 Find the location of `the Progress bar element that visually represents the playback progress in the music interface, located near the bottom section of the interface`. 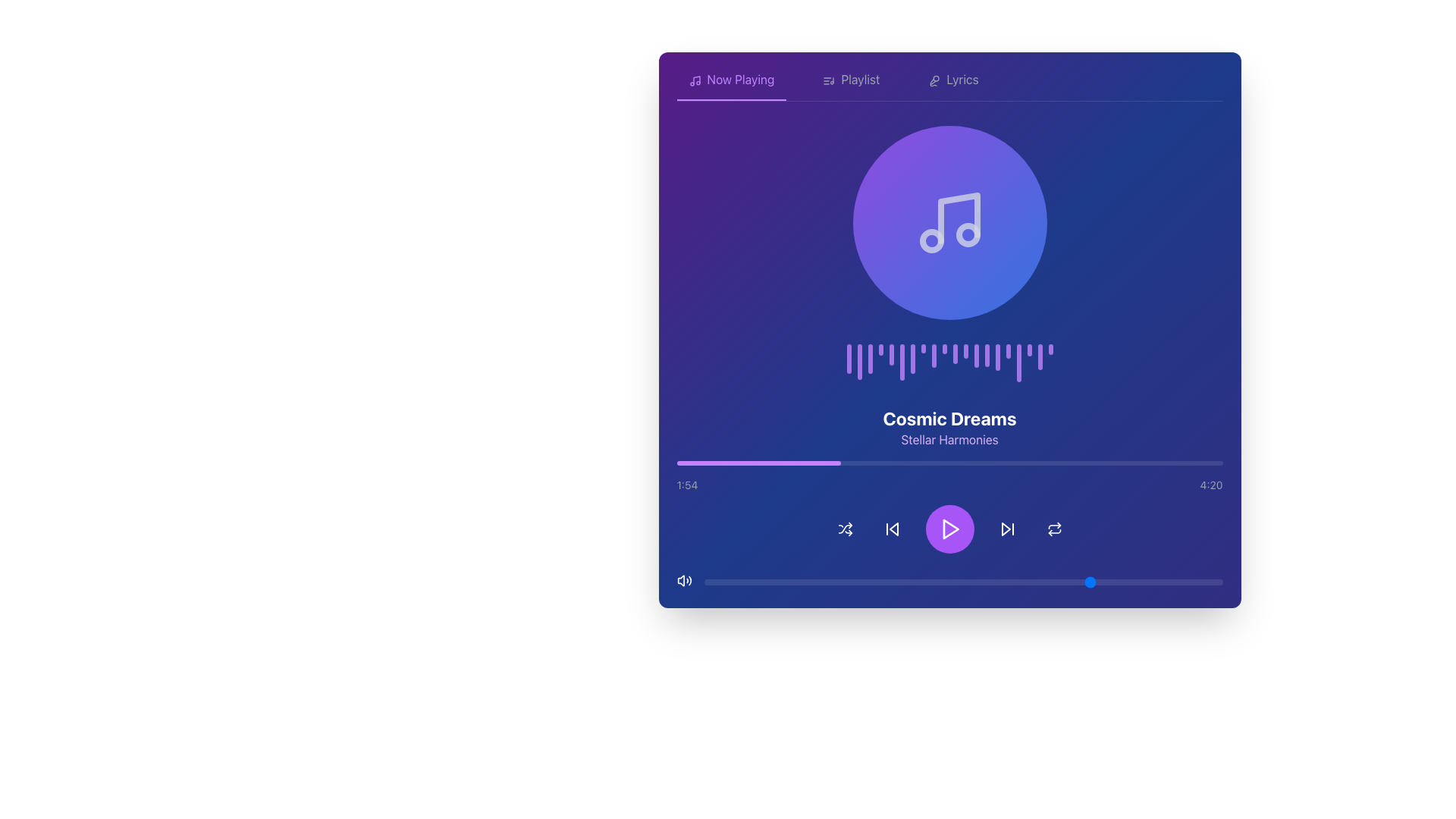

the Progress bar element that visually represents the playback progress in the music interface, located near the bottom section of the interface is located at coordinates (758, 462).